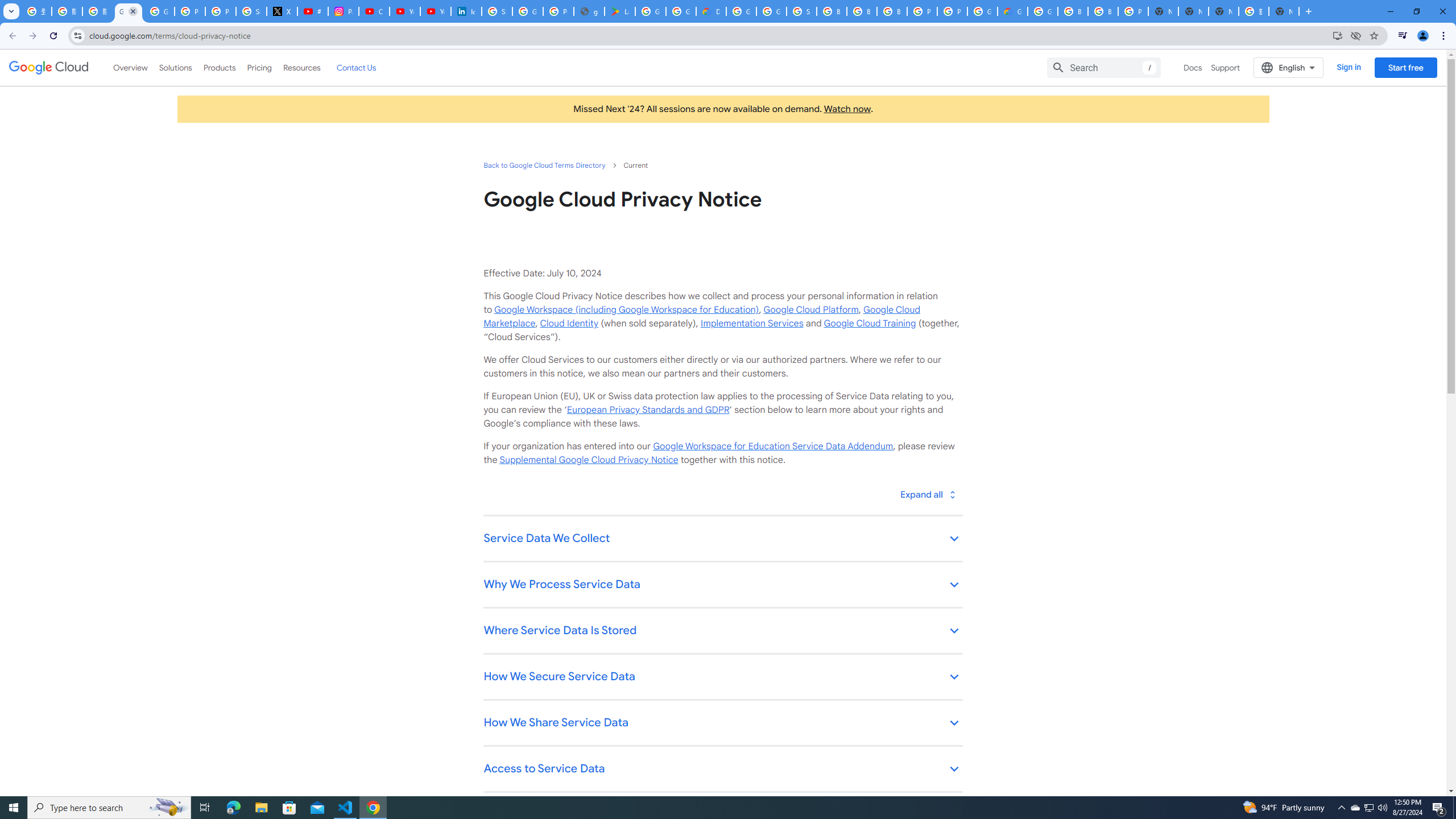 Image resolution: width=1456 pixels, height=819 pixels. What do you see at coordinates (435, 11) in the screenshot?
I see `'YouTube Culture & Trends - YouTube Top 10, 2021'` at bounding box center [435, 11].